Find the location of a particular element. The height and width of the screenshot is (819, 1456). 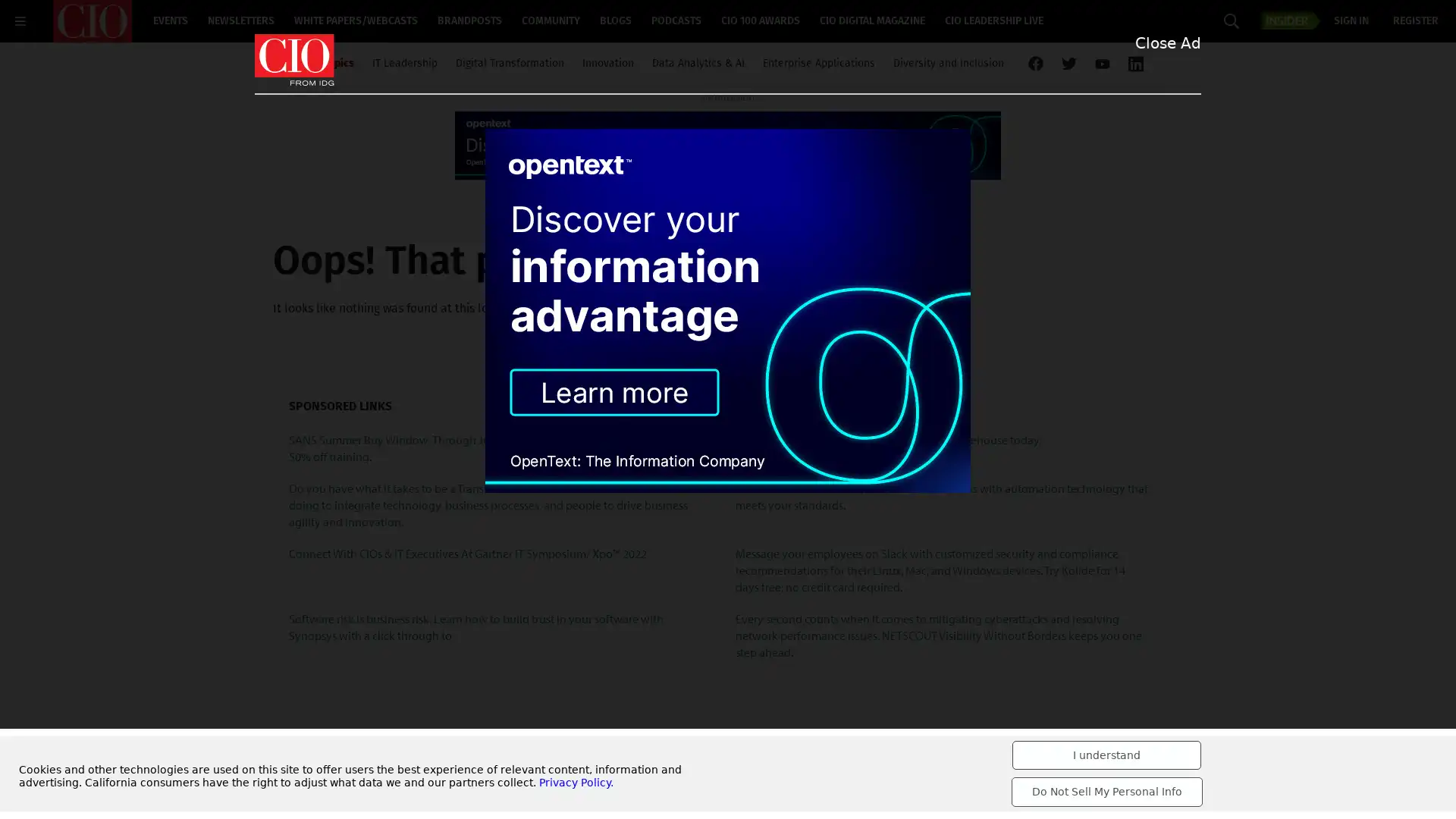

Open mobile menu is located at coordinates (20, 20).